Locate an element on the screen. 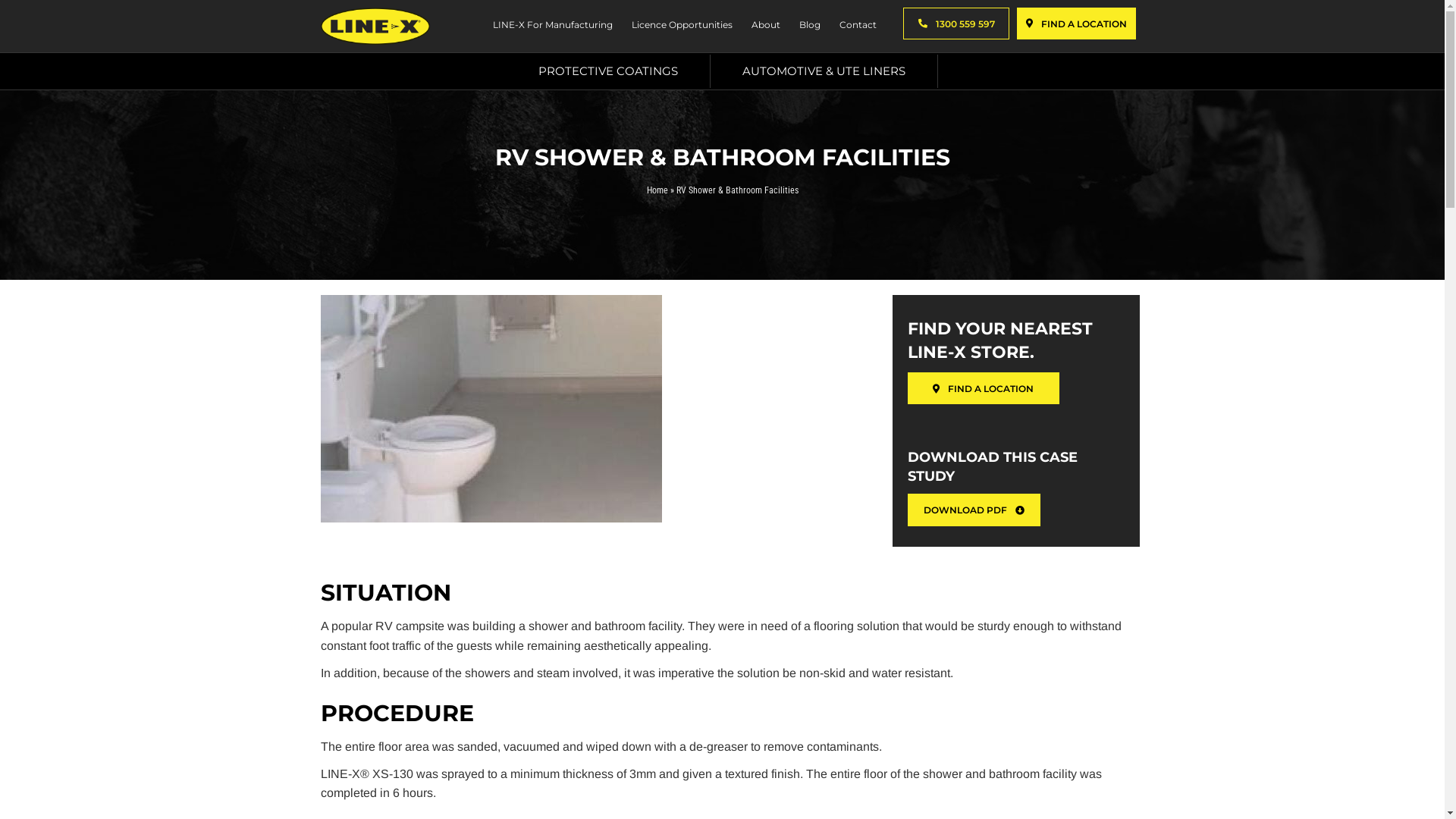 This screenshot has height=819, width=1456. 'Contact' is located at coordinates (855, 26).